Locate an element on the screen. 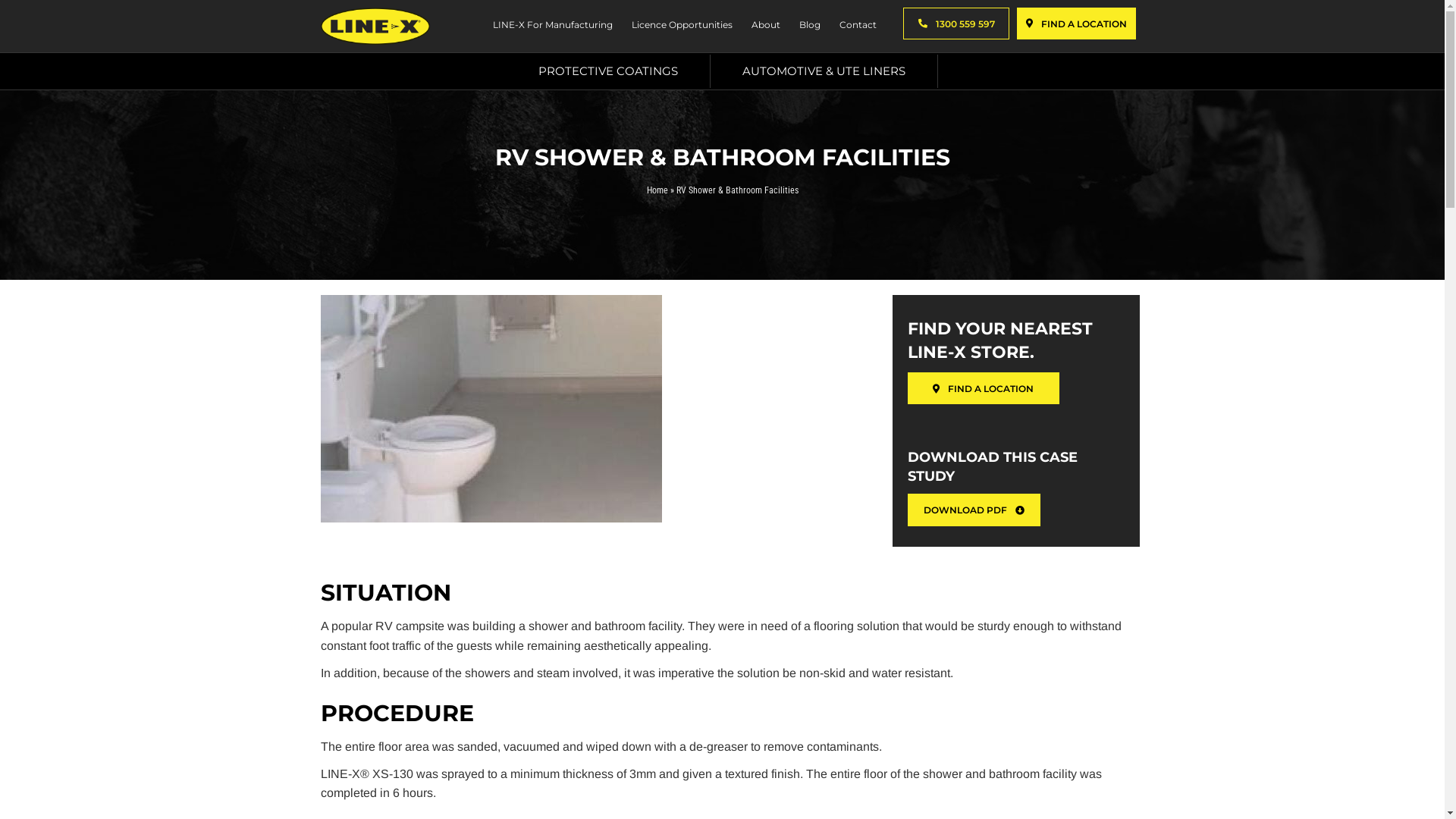 This screenshot has height=819, width=1456. 'Contact' is located at coordinates (855, 26).